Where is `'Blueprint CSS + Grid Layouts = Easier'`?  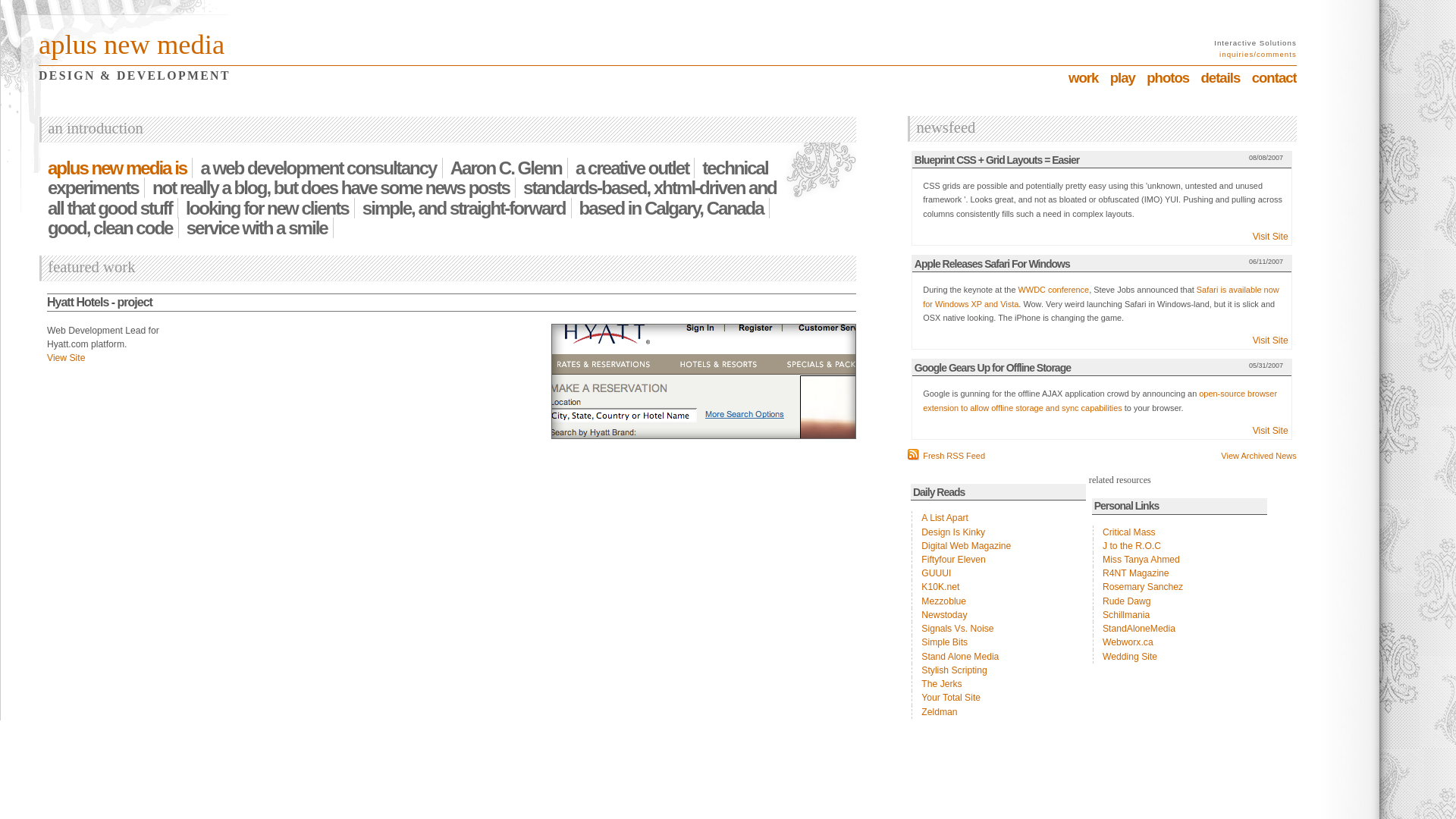
'Blueprint CSS + Grid Layouts = Easier' is located at coordinates (996, 160).